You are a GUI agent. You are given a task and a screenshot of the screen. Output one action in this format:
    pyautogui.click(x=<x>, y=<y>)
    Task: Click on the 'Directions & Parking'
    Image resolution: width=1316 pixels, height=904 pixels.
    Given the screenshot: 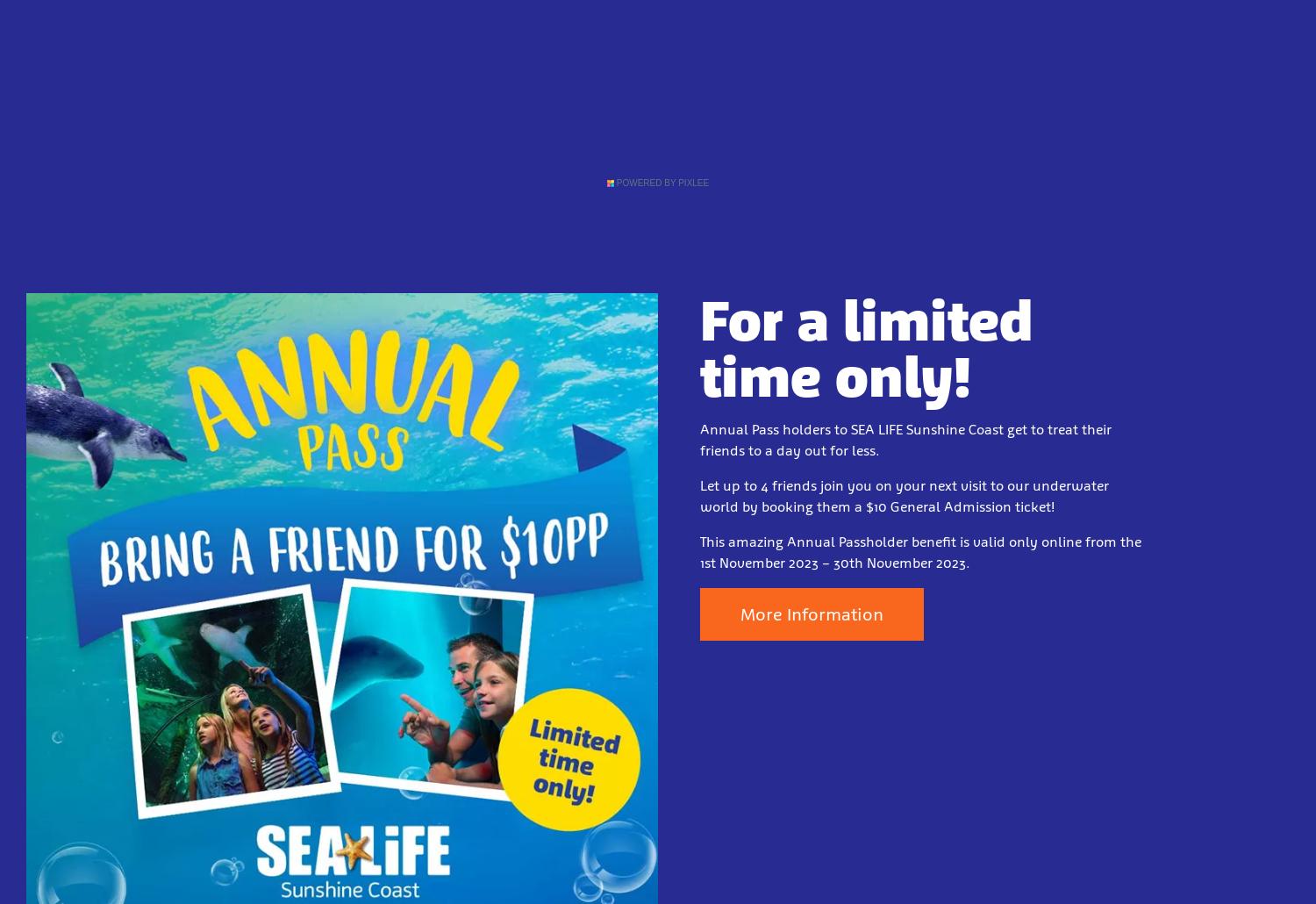 What is the action you would take?
    pyautogui.click(x=434, y=157)
    